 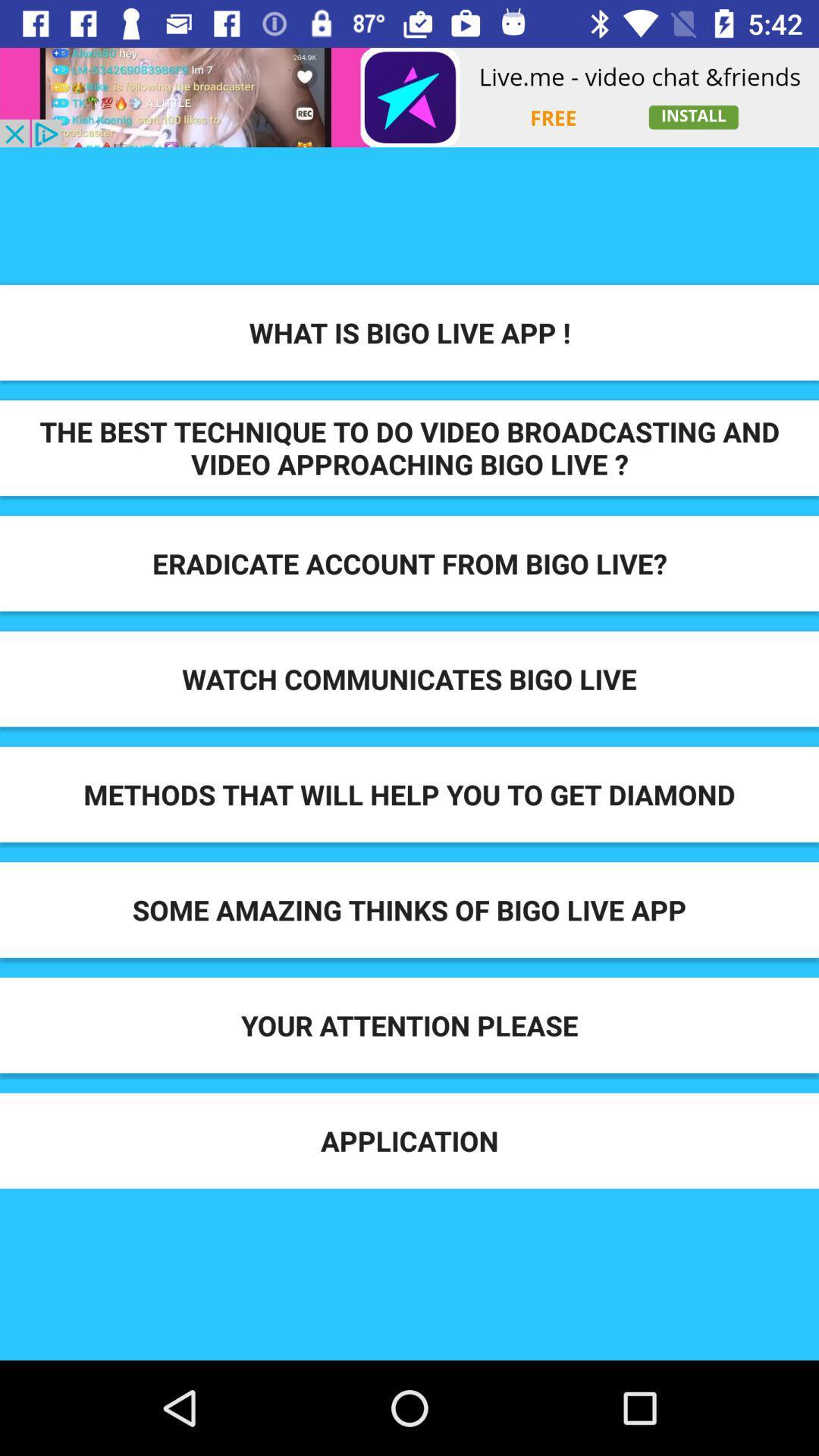 I want to click on open advertisement, so click(x=409, y=96).